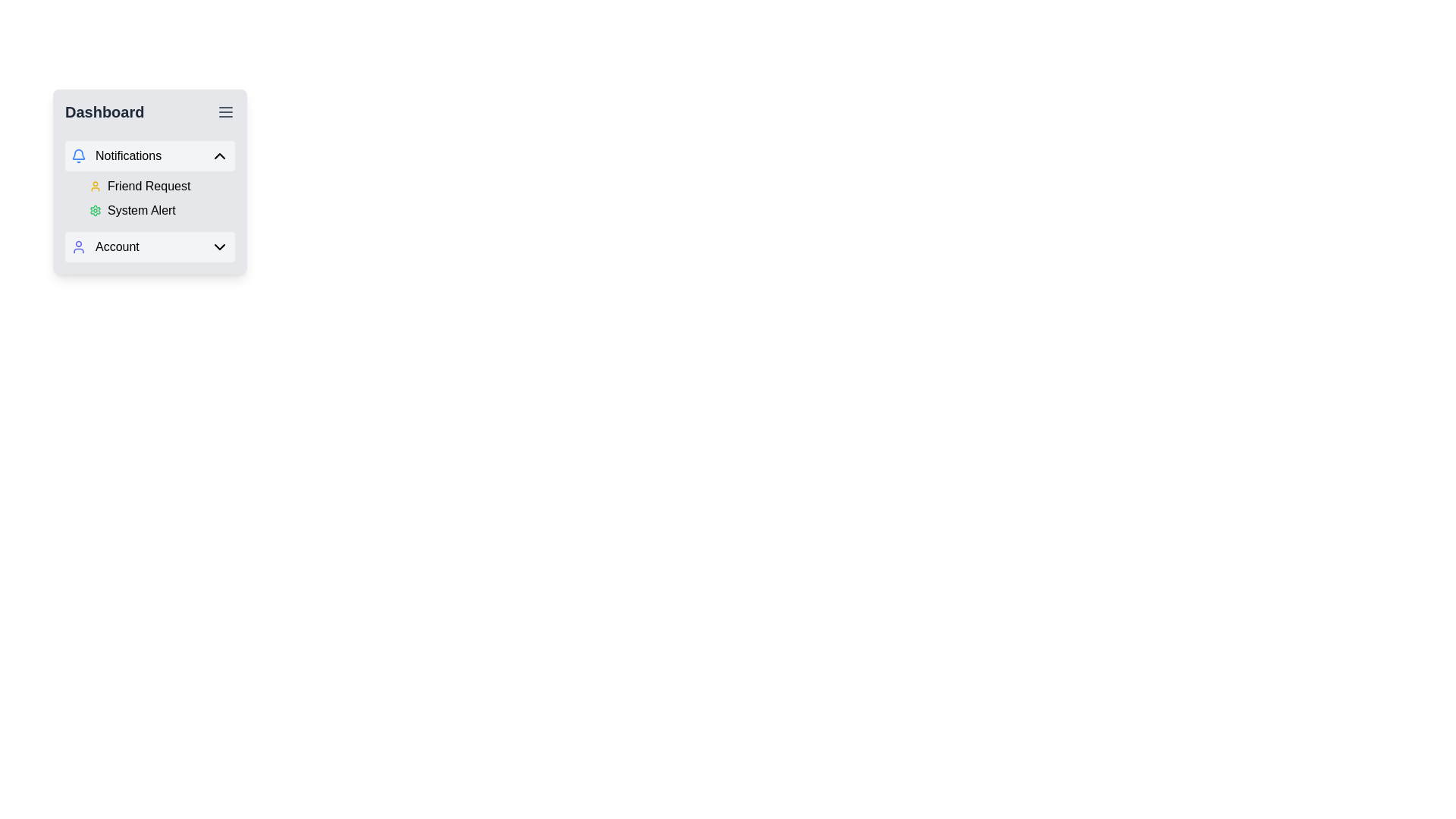 This screenshot has width=1456, height=819. Describe the element at coordinates (218, 155) in the screenshot. I see `the upward-pointing chevron icon located on the right side of the 'Notifications' panel header` at that location.